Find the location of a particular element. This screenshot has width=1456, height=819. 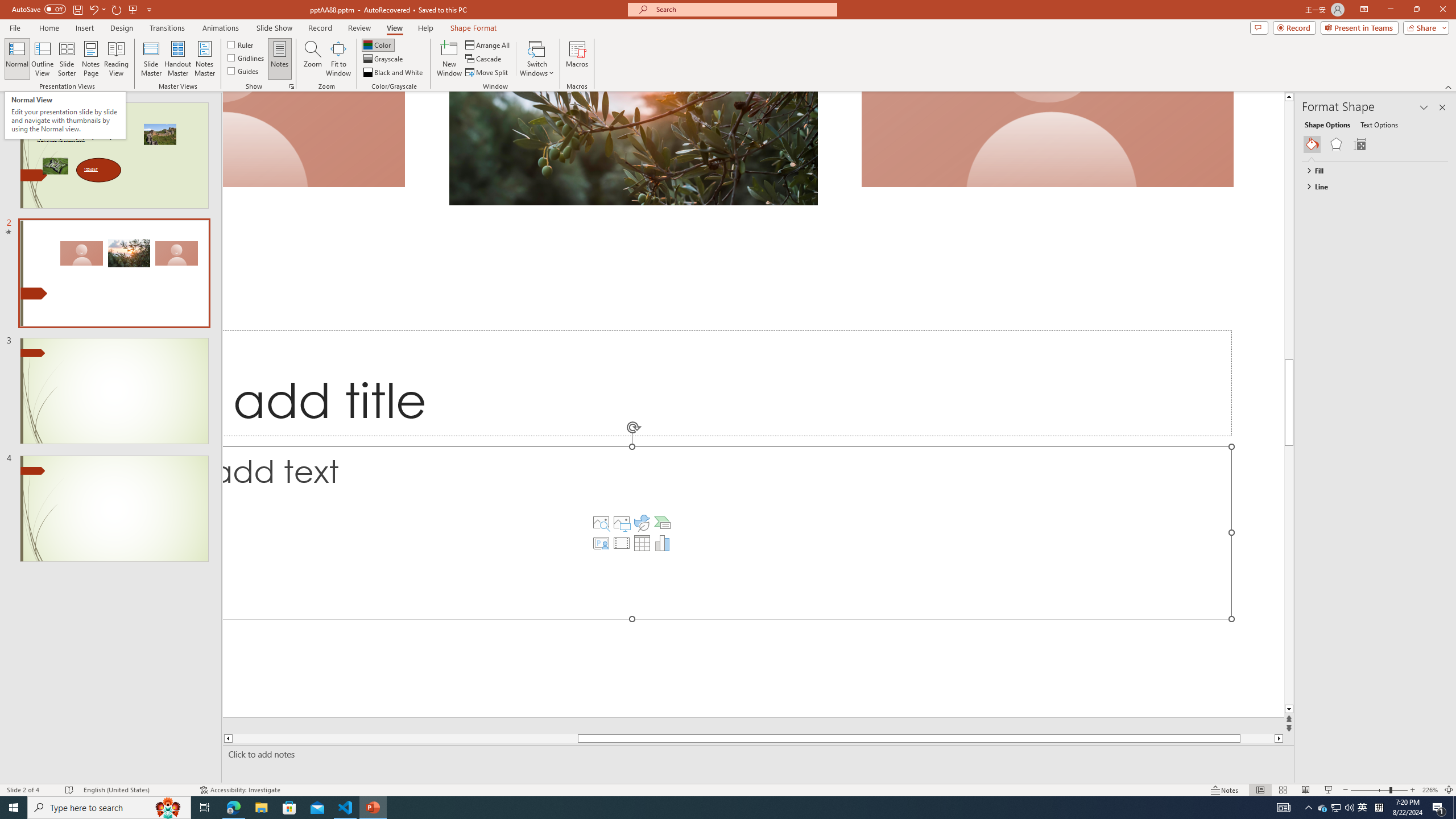

'Gridlines' is located at coordinates (246, 56).